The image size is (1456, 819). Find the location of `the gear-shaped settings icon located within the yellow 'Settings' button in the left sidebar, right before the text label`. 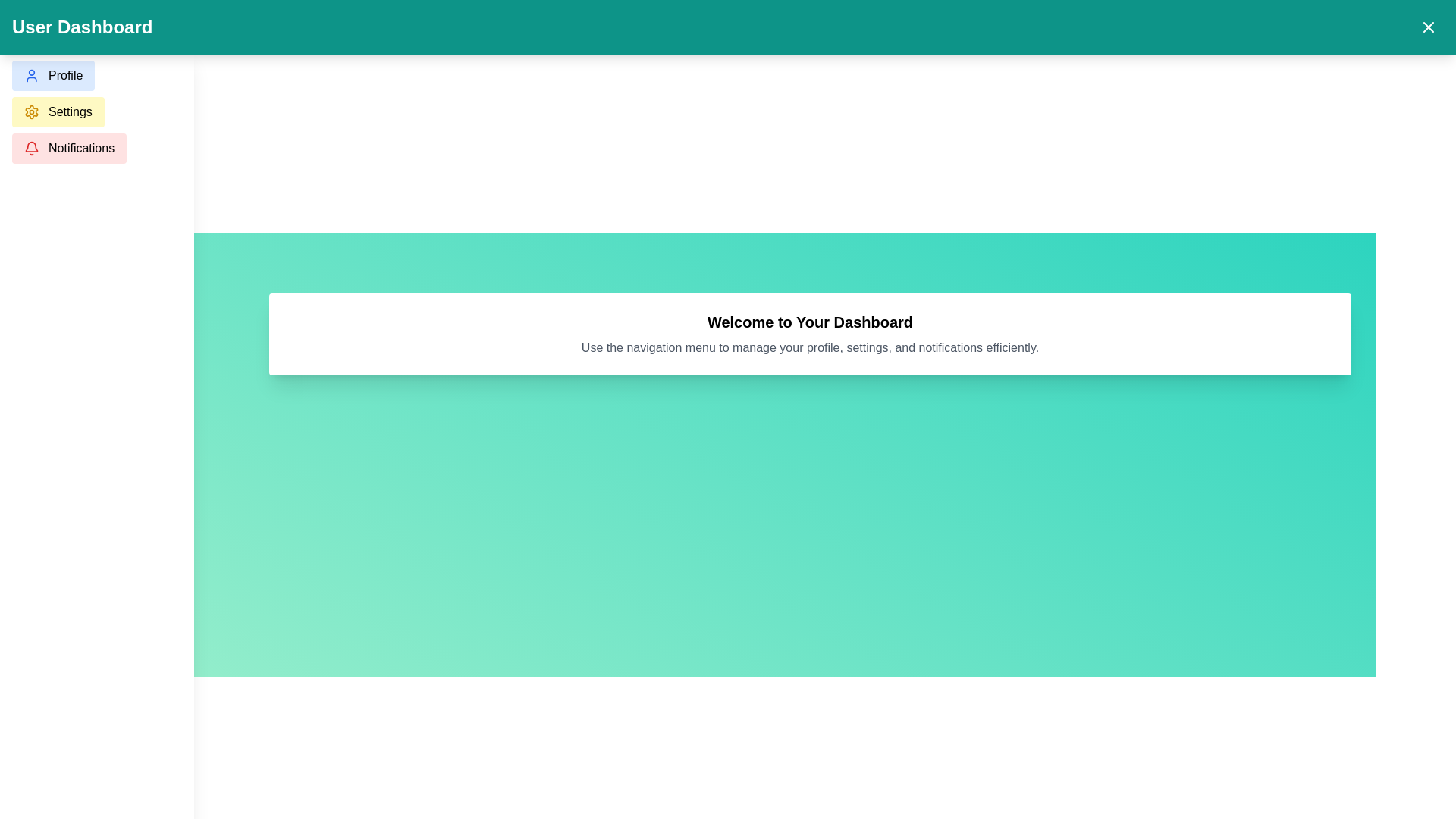

the gear-shaped settings icon located within the yellow 'Settings' button in the left sidebar, right before the text label is located at coordinates (32, 111).